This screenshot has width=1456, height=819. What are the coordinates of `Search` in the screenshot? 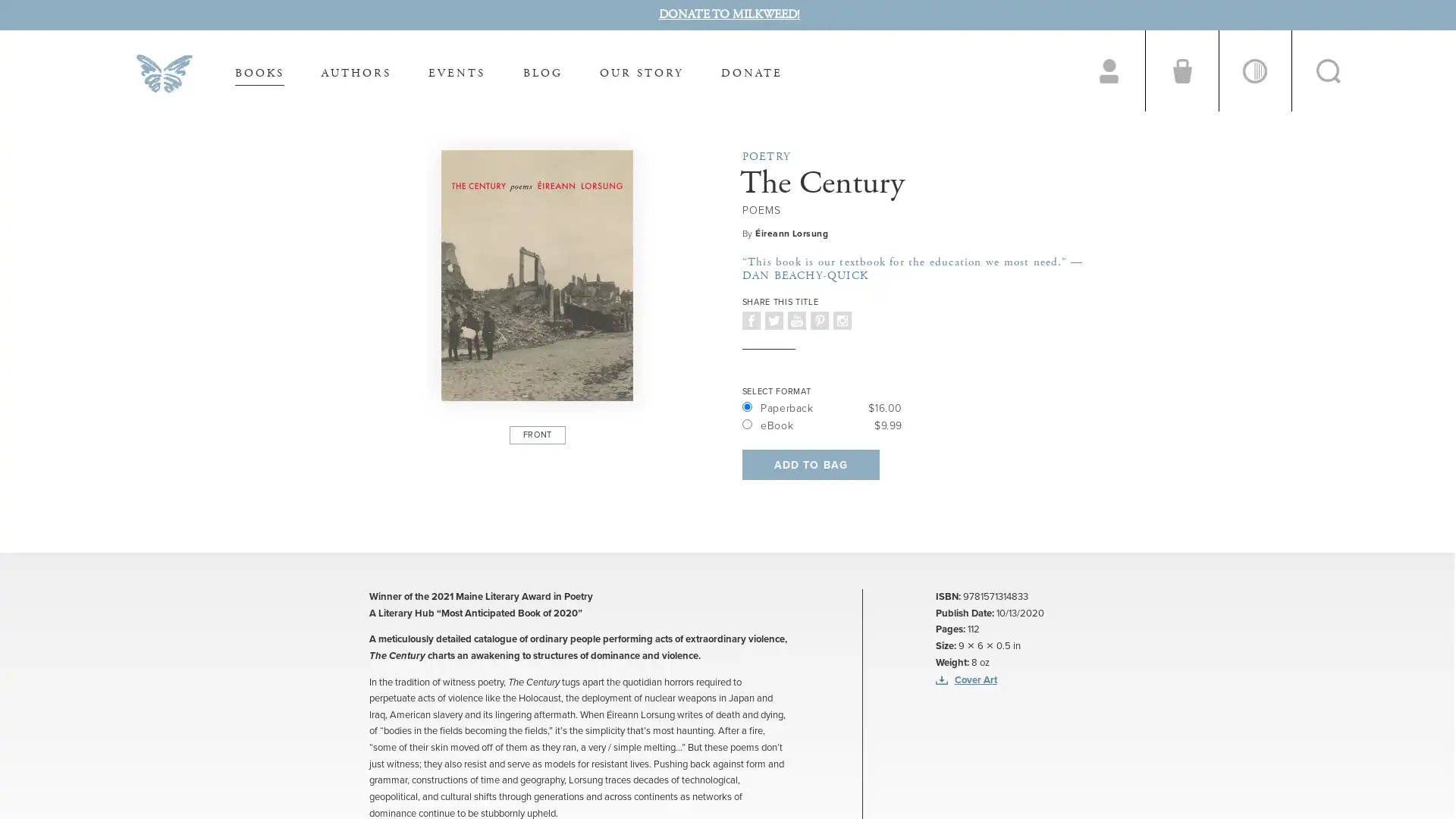 It's located at (1328, 71).